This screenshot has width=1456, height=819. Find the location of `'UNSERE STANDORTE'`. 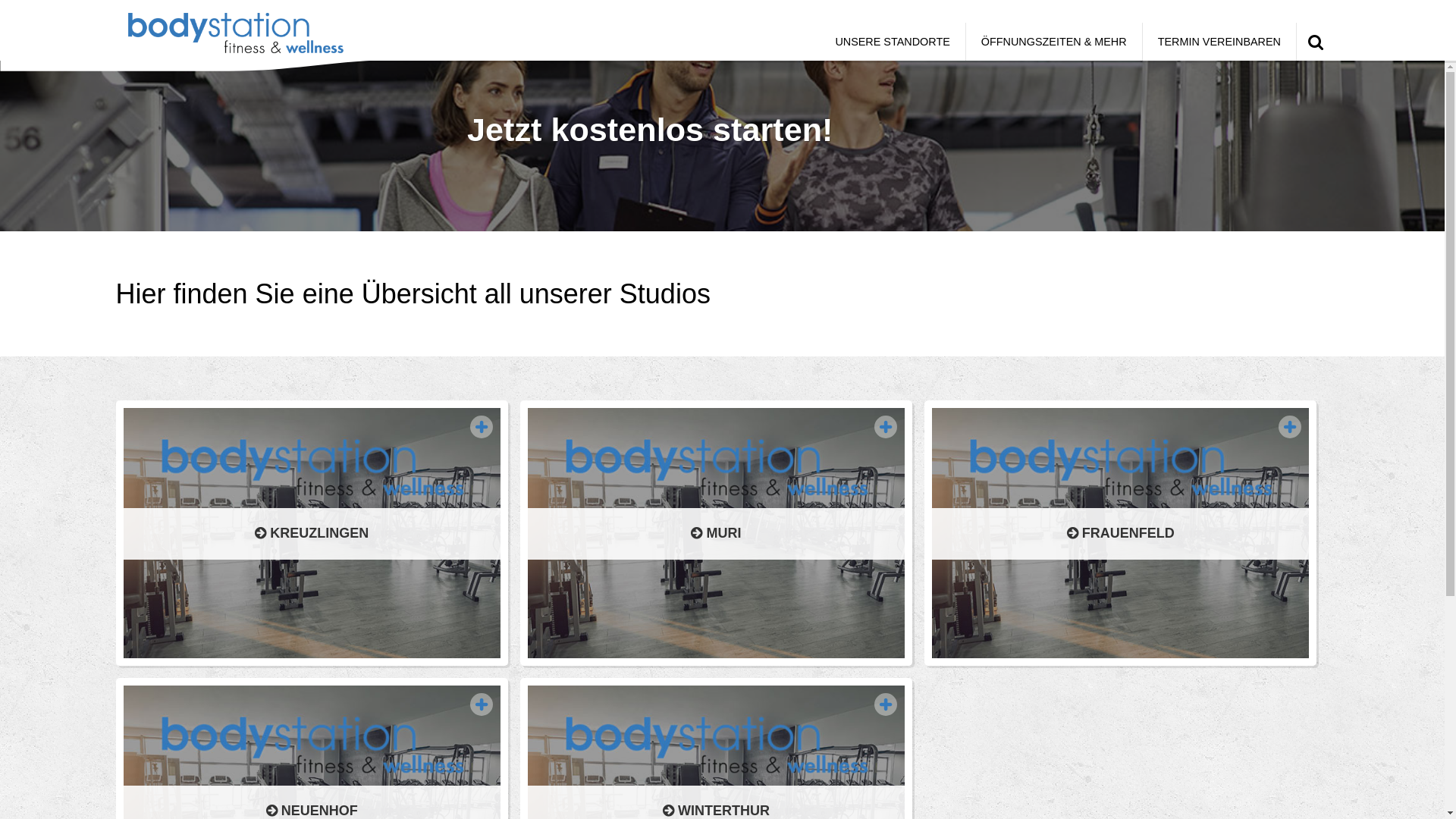

'UNSERE STANDORTE' is located at coordinates (892, 40).